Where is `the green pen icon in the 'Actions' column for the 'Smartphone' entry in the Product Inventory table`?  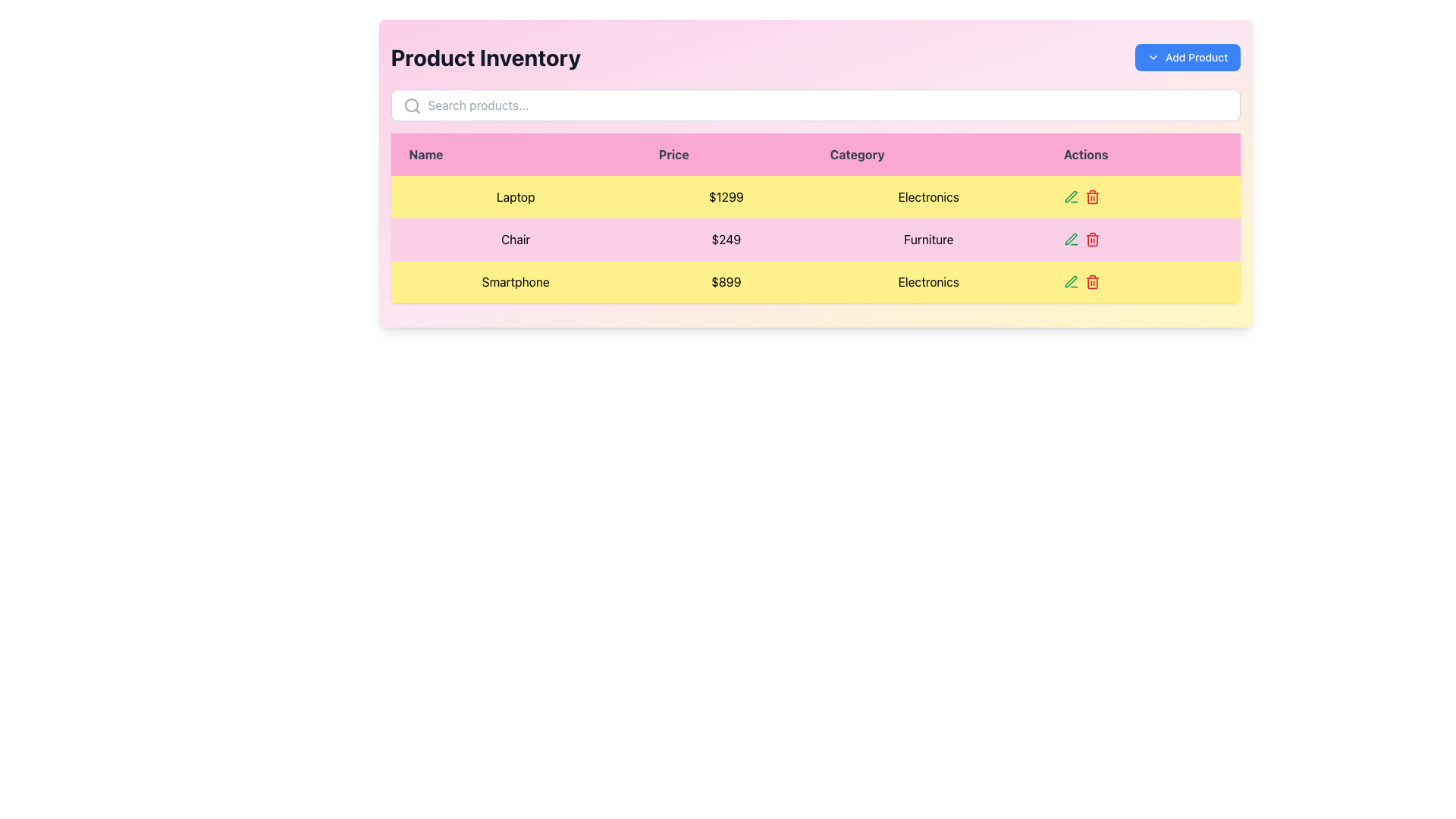
the green pen icon in the 'Actions' column for the 'Smartphone' entry in the Product Inventory table is located at coordinates (1070, 281).